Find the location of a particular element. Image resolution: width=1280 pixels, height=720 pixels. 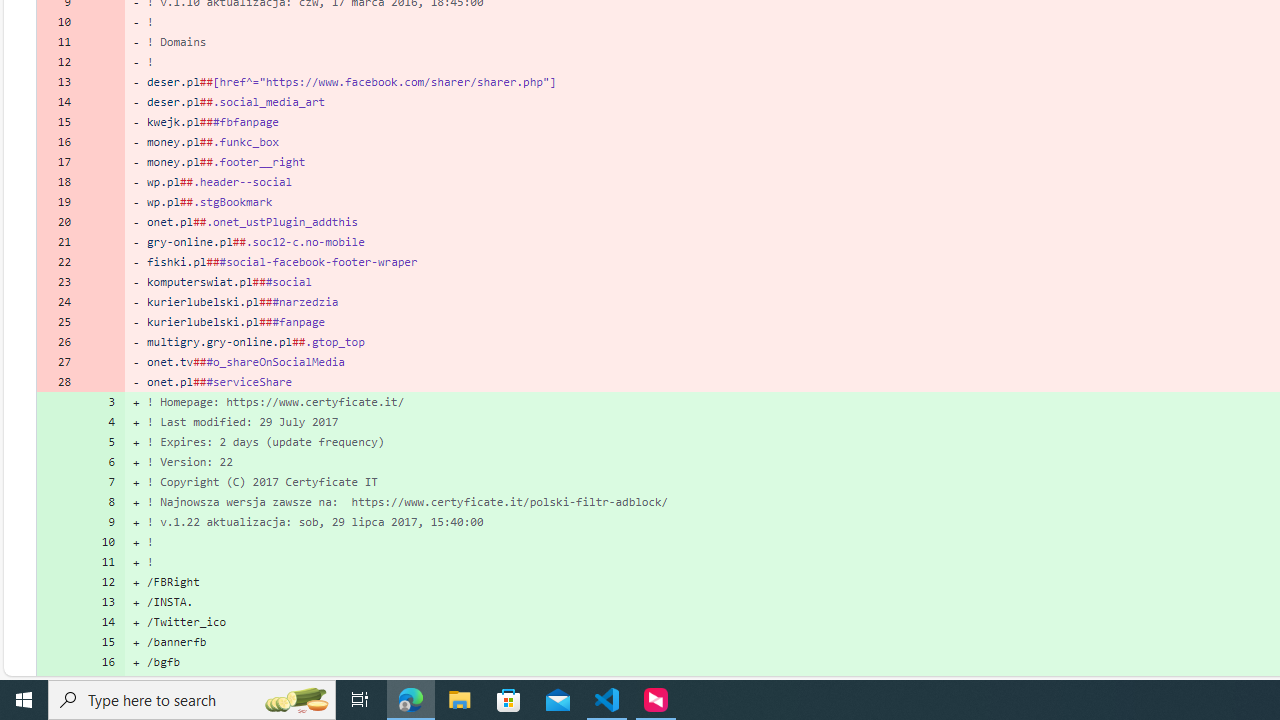

'12' is located at coordinates (102, 581).